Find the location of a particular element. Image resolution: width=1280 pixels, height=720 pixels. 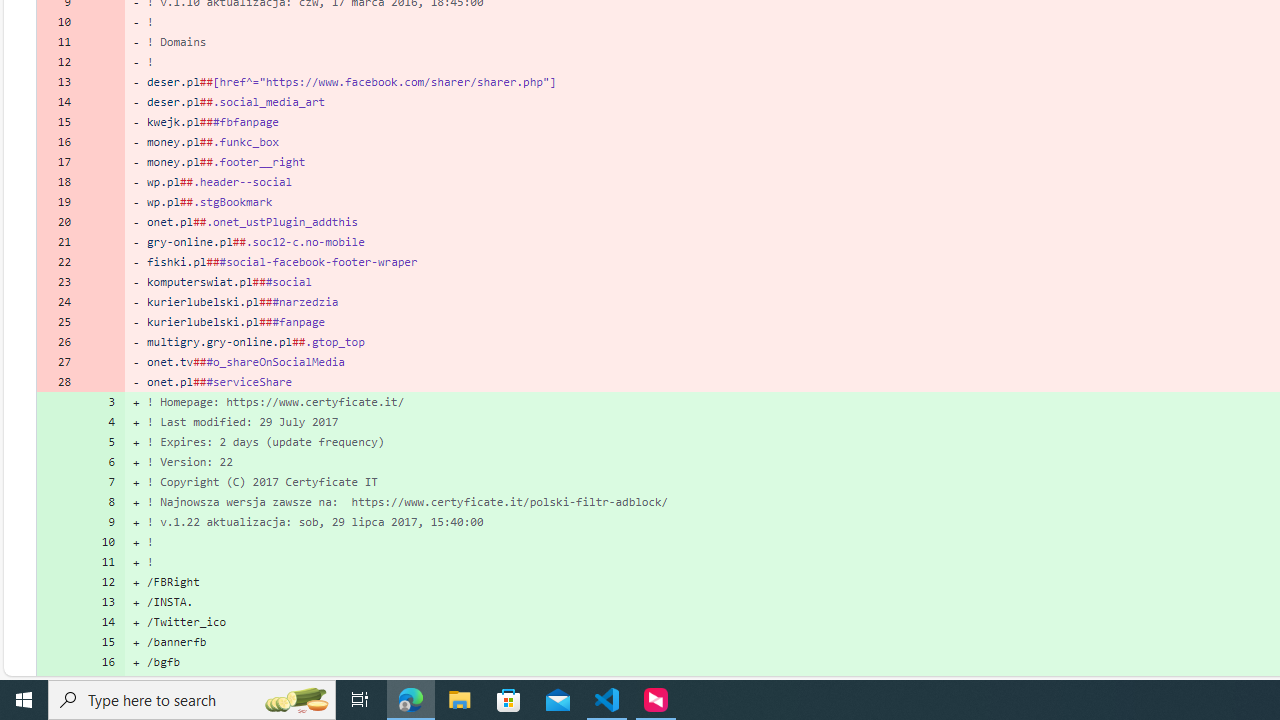

'12' is located at coordinates (102, 581).